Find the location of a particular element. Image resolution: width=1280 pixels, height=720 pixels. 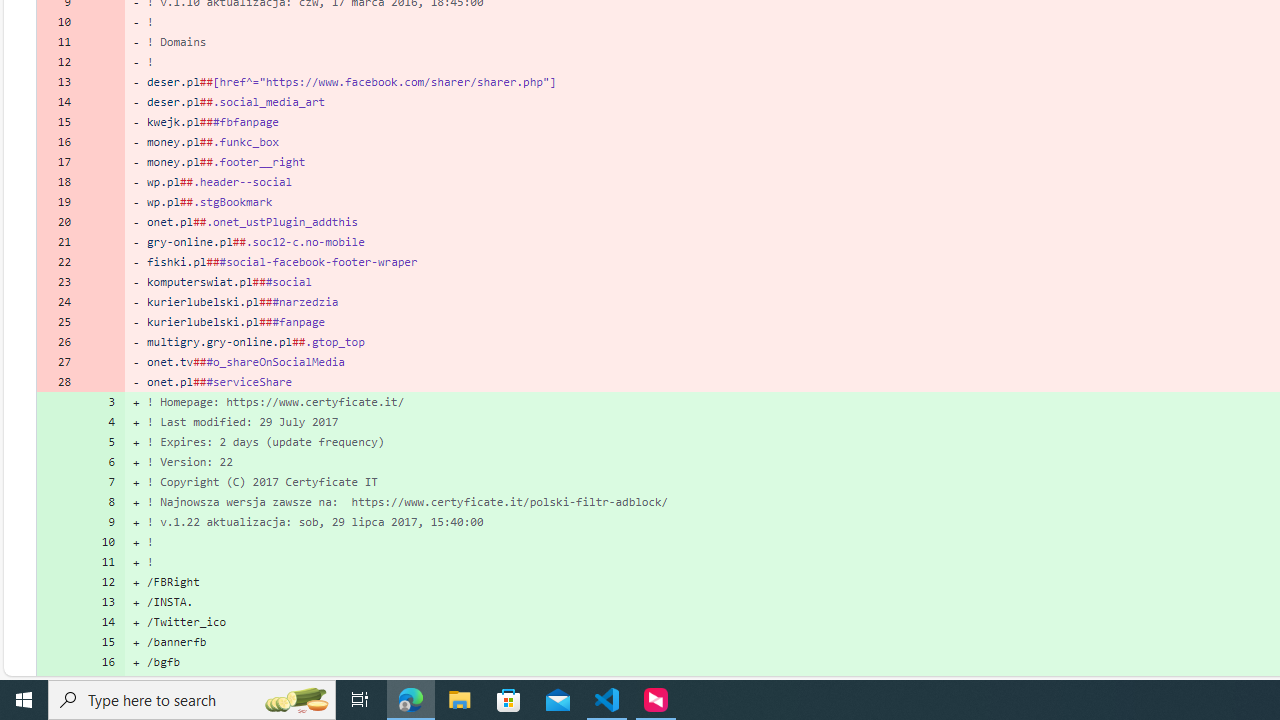

'12' is located at coordinates (102, 581).